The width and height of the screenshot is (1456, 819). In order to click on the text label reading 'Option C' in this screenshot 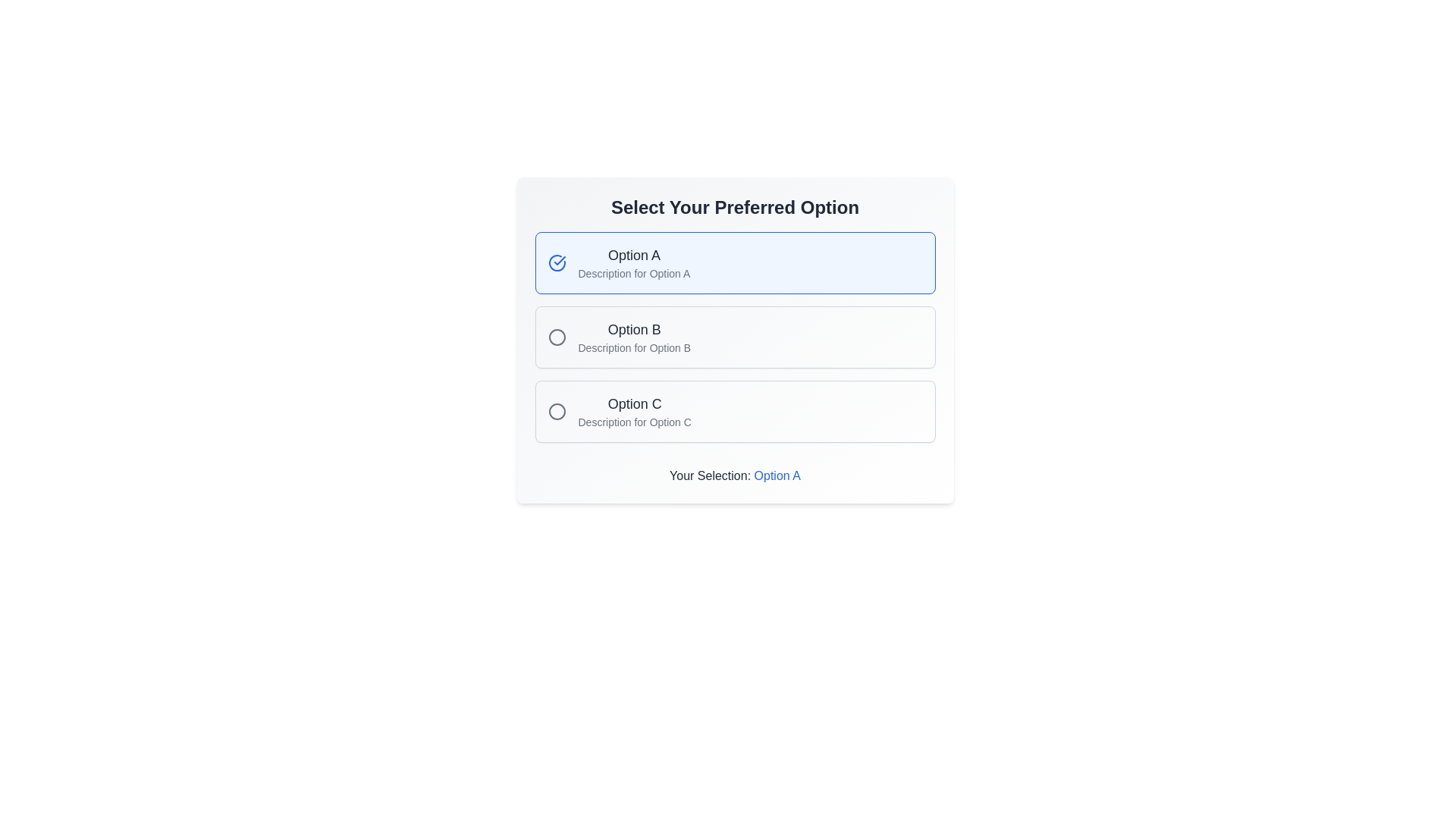, I will do `click(635, 403)`.